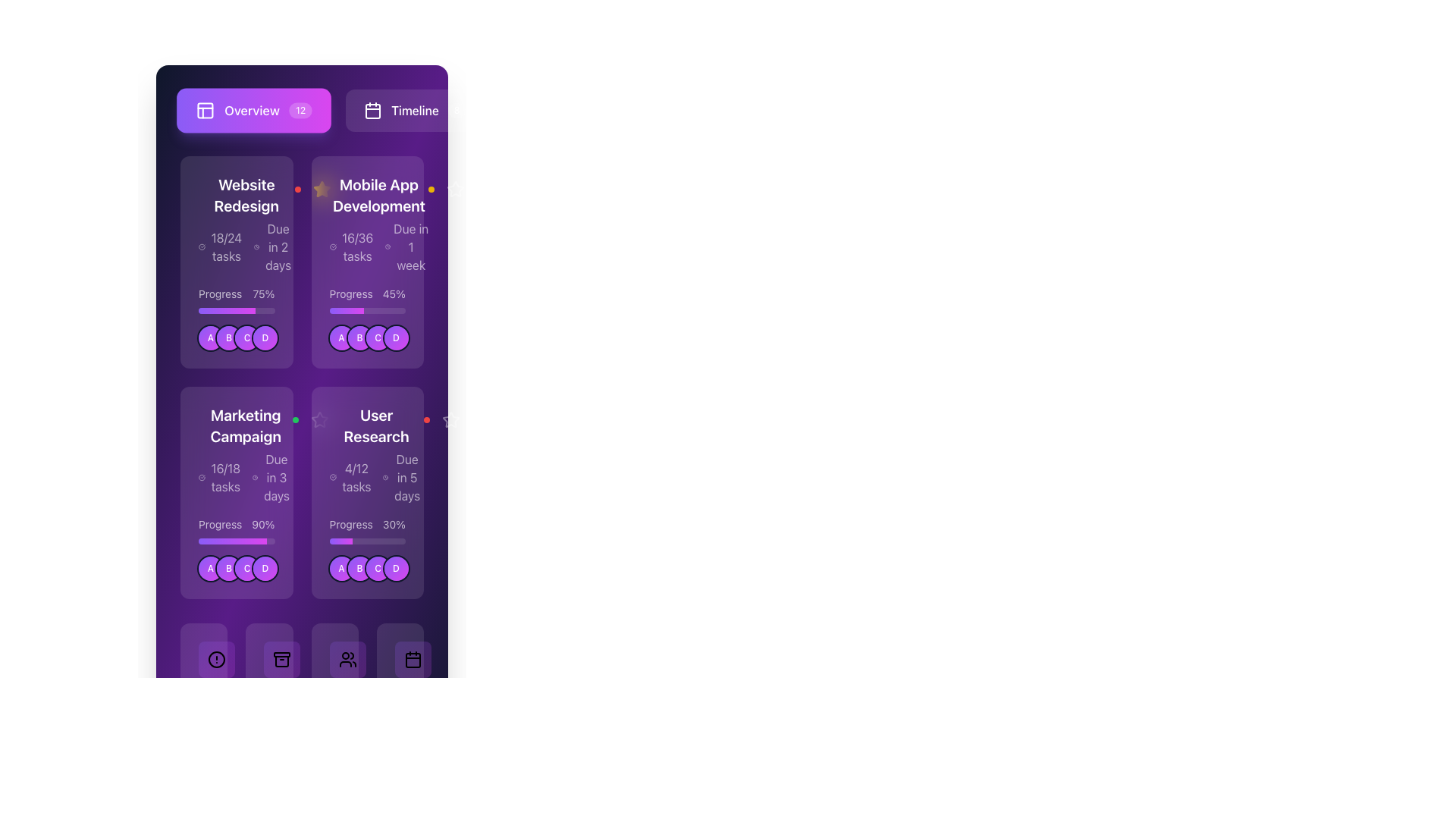  What do you see at coordinates (352, 246) in the screenshot?
I see `the text element that displays the number of tasks completed (16) out of total tasks (36) in the card labeled 'Mobile App Development', located in the second column, first row of the grid layout` at bounding box center [352, 246].